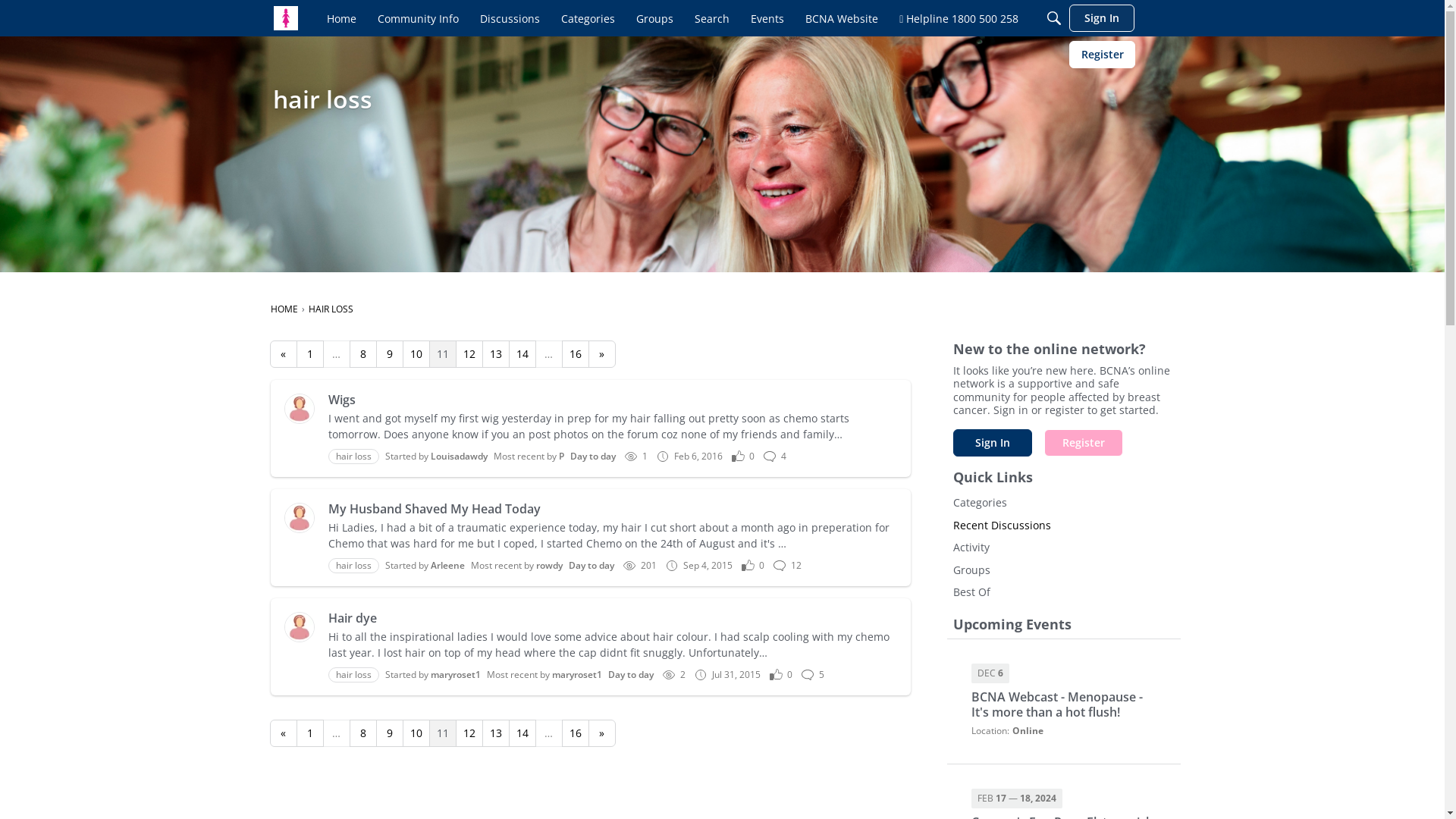 This screenshot has height=819, width=1456. I want to click on '11', so click(442, 733).